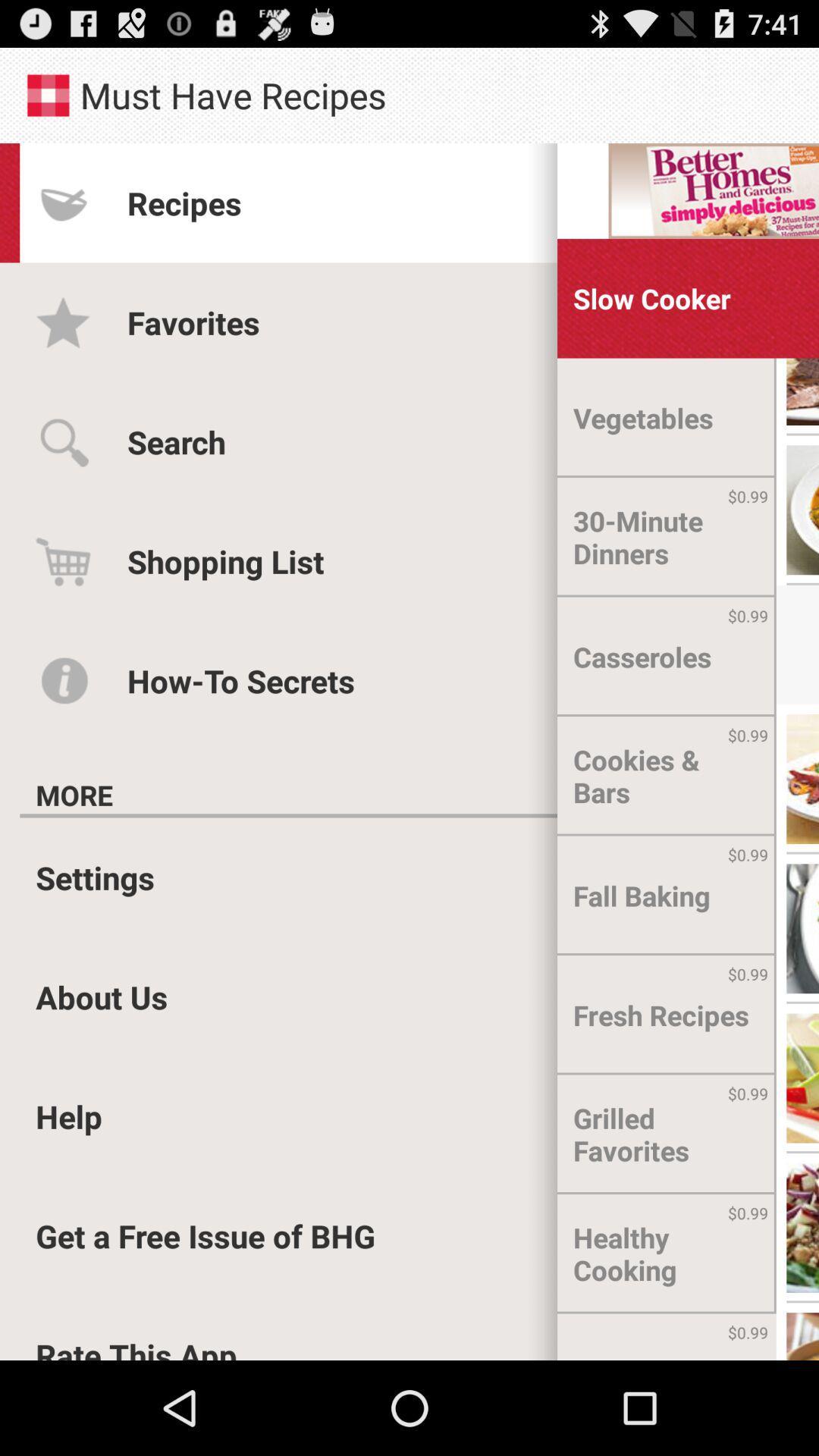 The height and width of the screenshot is (1456, 819). I want to click on the app below the search app, so click(225, 560).